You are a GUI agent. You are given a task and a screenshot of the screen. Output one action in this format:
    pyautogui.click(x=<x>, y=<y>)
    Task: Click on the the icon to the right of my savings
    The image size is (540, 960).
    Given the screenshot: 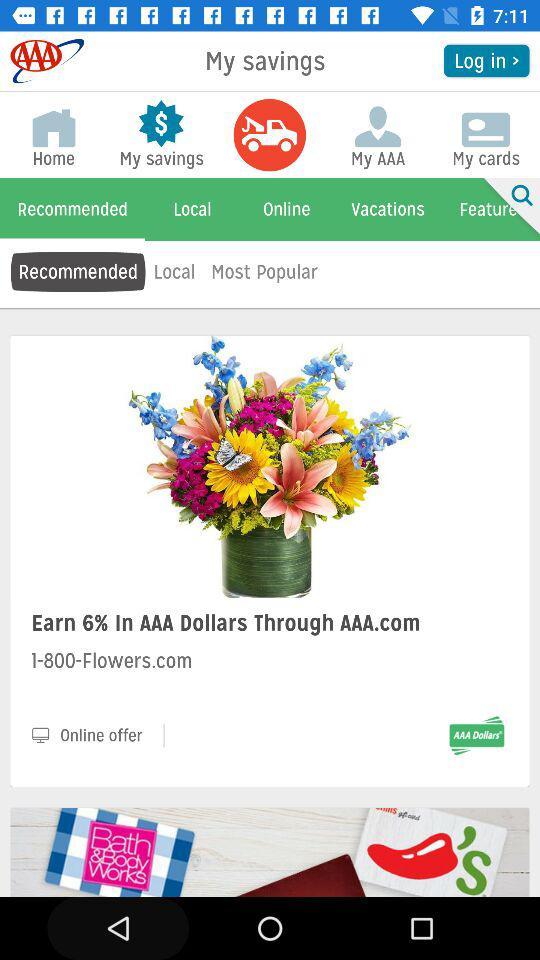 What is the action you would take?
    pyautogui.click(x=485, y=59)
    